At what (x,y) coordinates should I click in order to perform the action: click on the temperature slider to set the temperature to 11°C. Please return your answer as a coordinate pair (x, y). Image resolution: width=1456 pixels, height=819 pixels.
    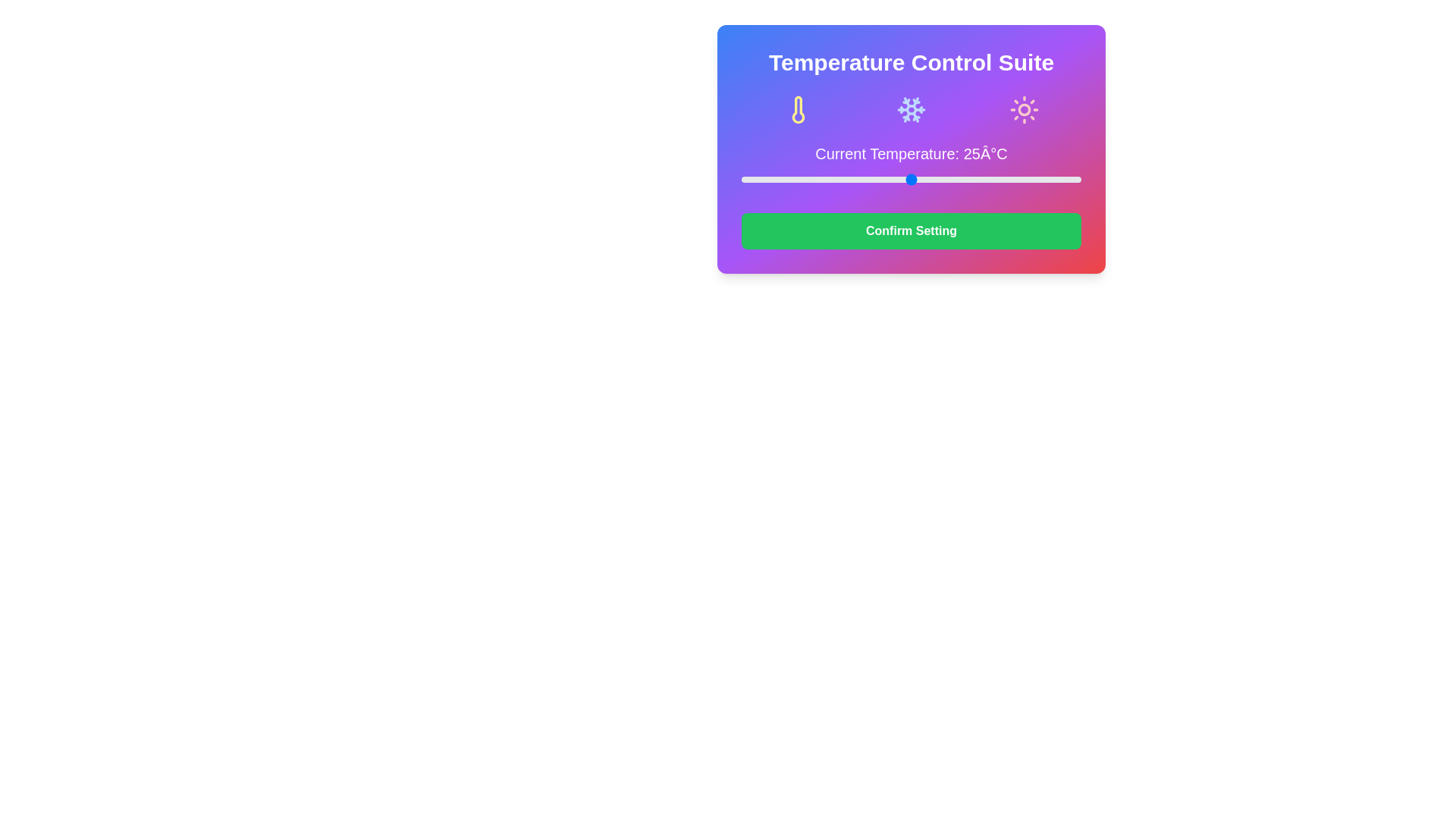
    Looking at the image, I should click on (815, 178).